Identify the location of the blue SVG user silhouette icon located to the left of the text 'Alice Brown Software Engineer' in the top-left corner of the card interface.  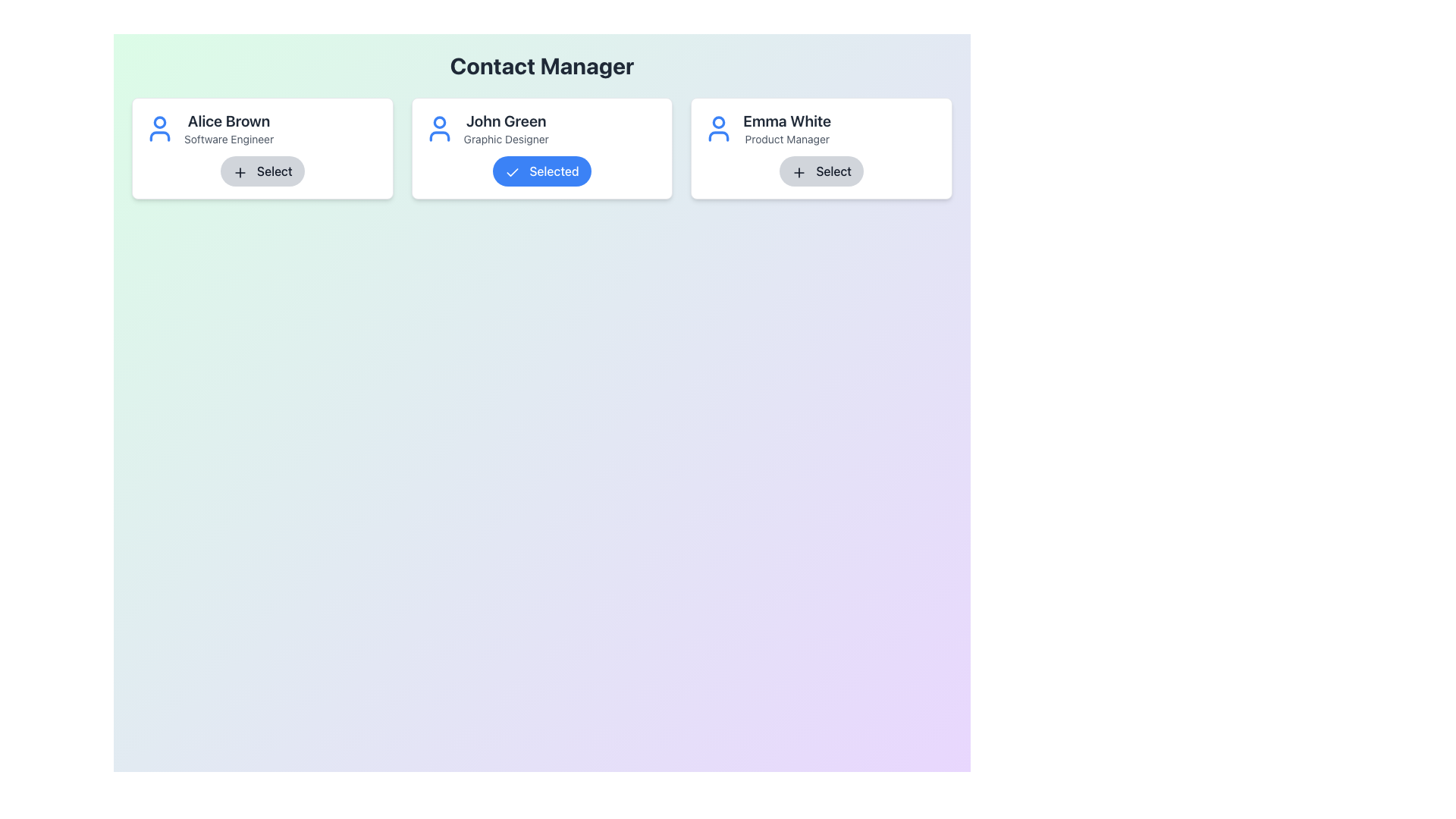
(160, 127).